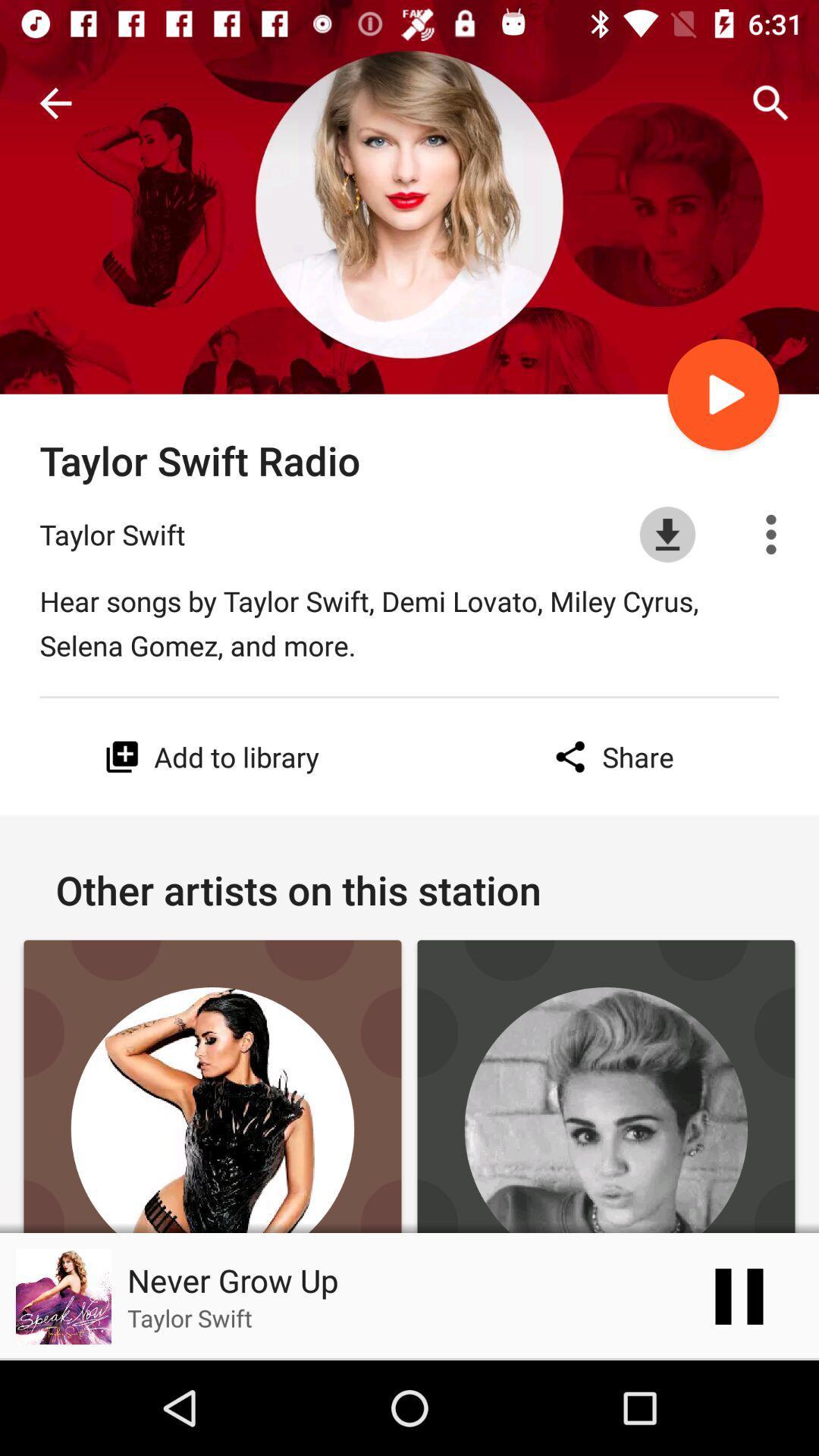 The image size is (819, 1456). What do you see at coordinates (771, 535) in the screenshot?
I see `the three dots in the right middle of the page` at bounding box center [771, 535].